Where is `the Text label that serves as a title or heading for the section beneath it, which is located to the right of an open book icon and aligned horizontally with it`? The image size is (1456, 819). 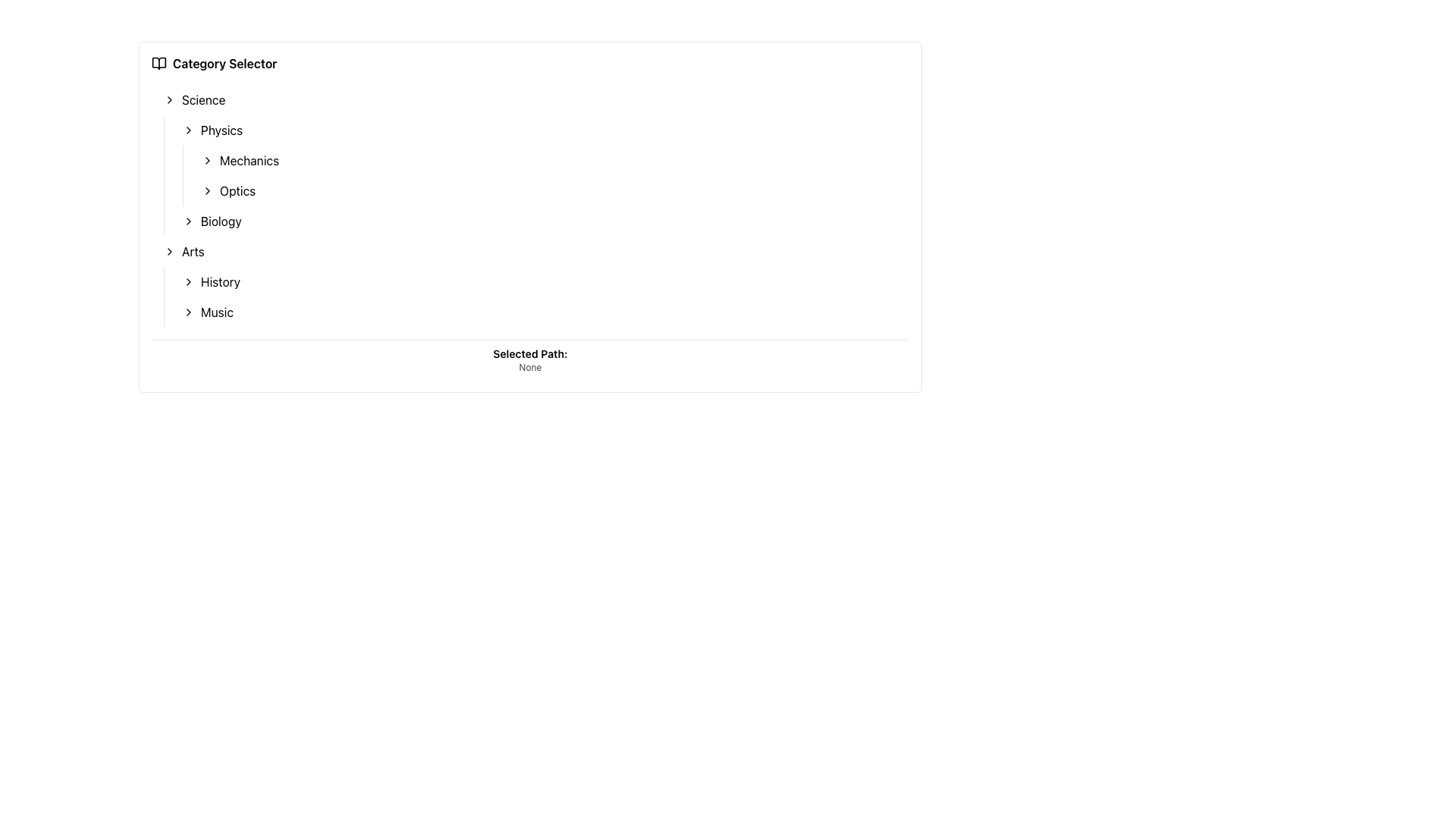
the Text label that serves as a title or heading for the section beneath it, which is located to the right of an open book icon and aligned horizontally with it is located at coordinates (224, 63).